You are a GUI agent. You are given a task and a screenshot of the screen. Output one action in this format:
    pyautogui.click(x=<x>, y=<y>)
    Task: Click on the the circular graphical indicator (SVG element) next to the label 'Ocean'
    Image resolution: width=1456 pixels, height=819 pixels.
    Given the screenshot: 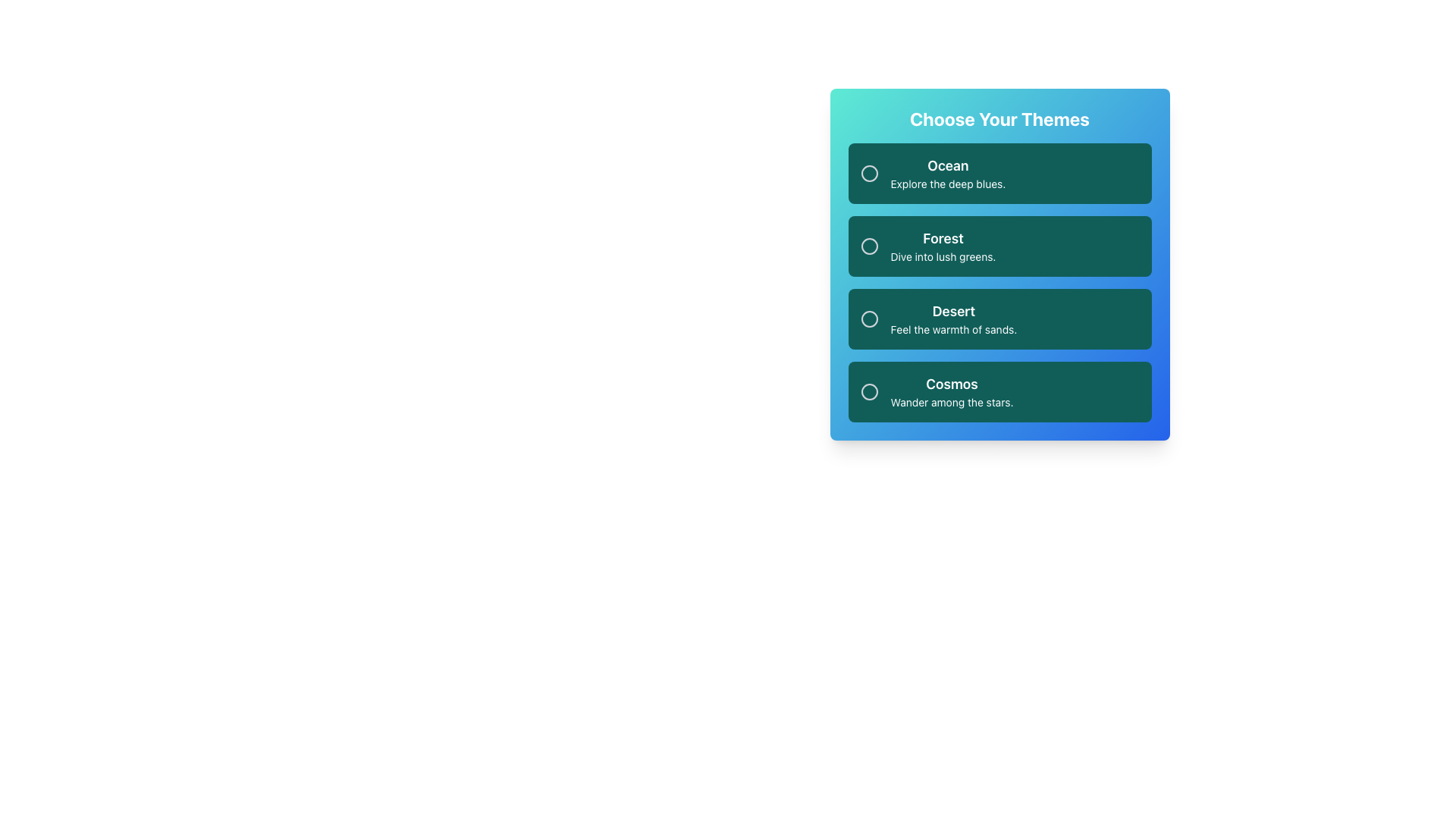 What is the action you would take?
    pyautogui.click(x=869, y=172)
    